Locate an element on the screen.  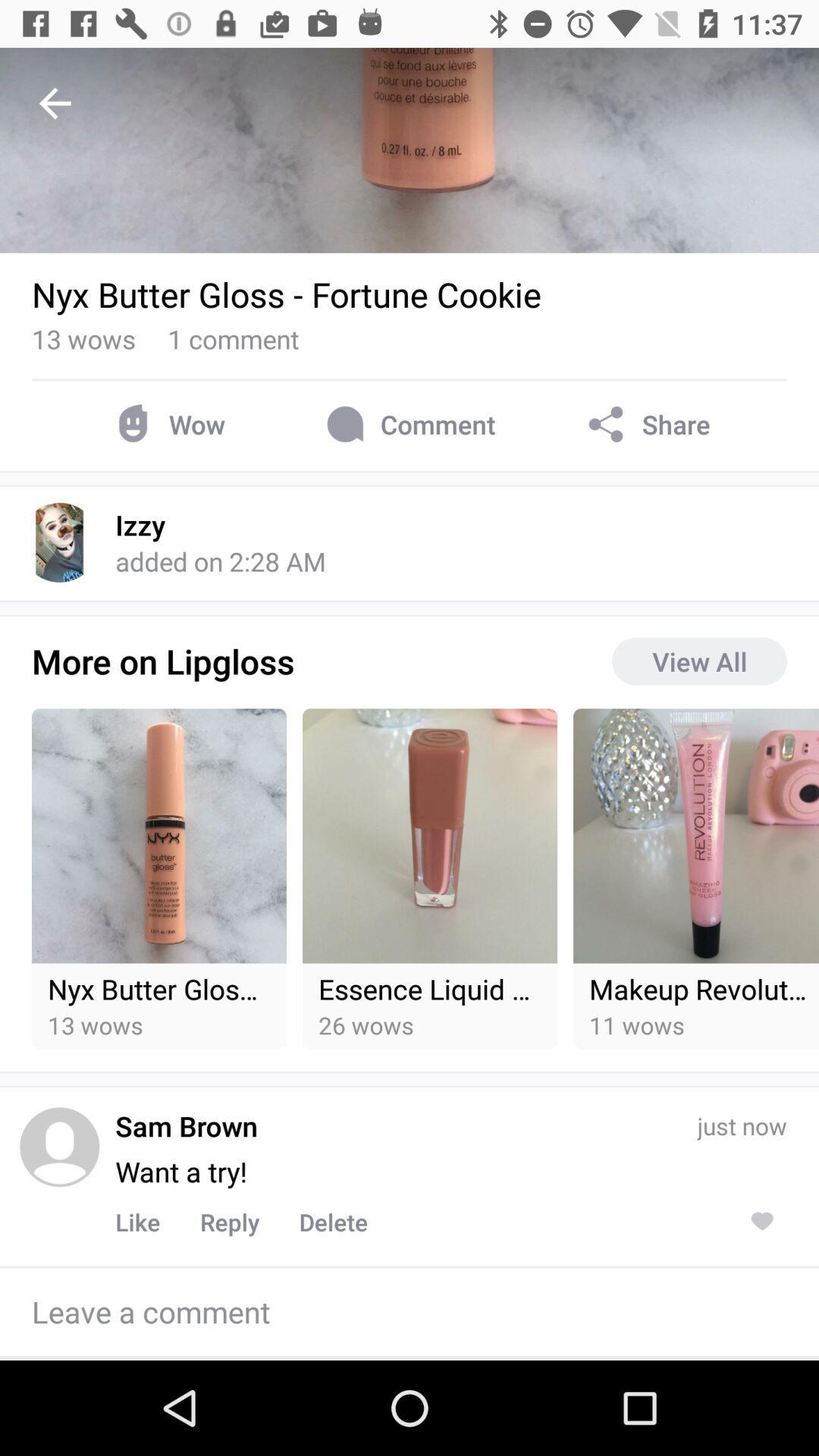
the 1 comment is located at coordinates (233, 337).